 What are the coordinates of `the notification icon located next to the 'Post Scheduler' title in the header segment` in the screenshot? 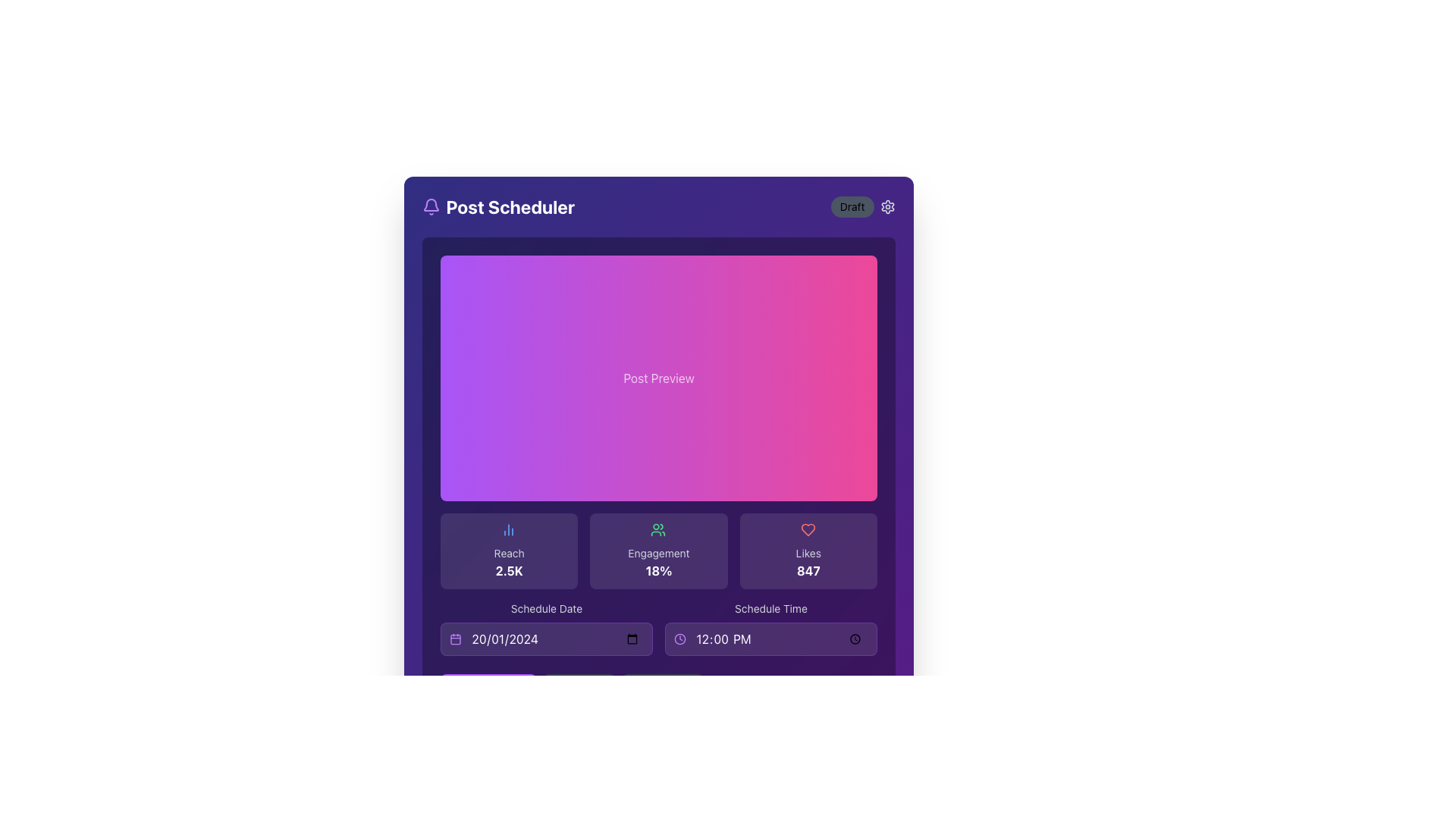 It's located at (430, 205).